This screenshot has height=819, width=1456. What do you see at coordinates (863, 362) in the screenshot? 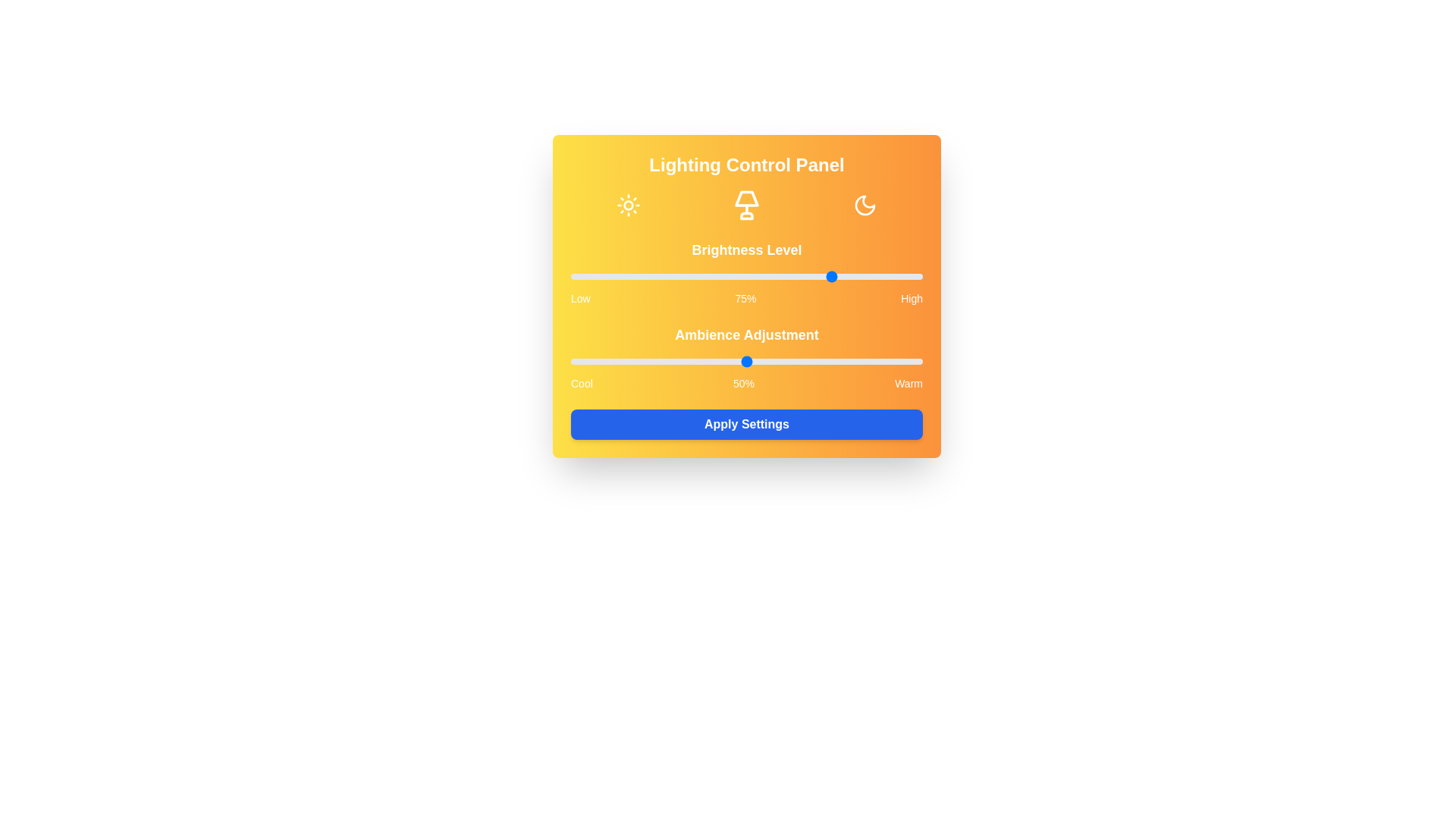
I see `the ambiance level to 83% by adjusting the slider` at bounding box center [863, 362].